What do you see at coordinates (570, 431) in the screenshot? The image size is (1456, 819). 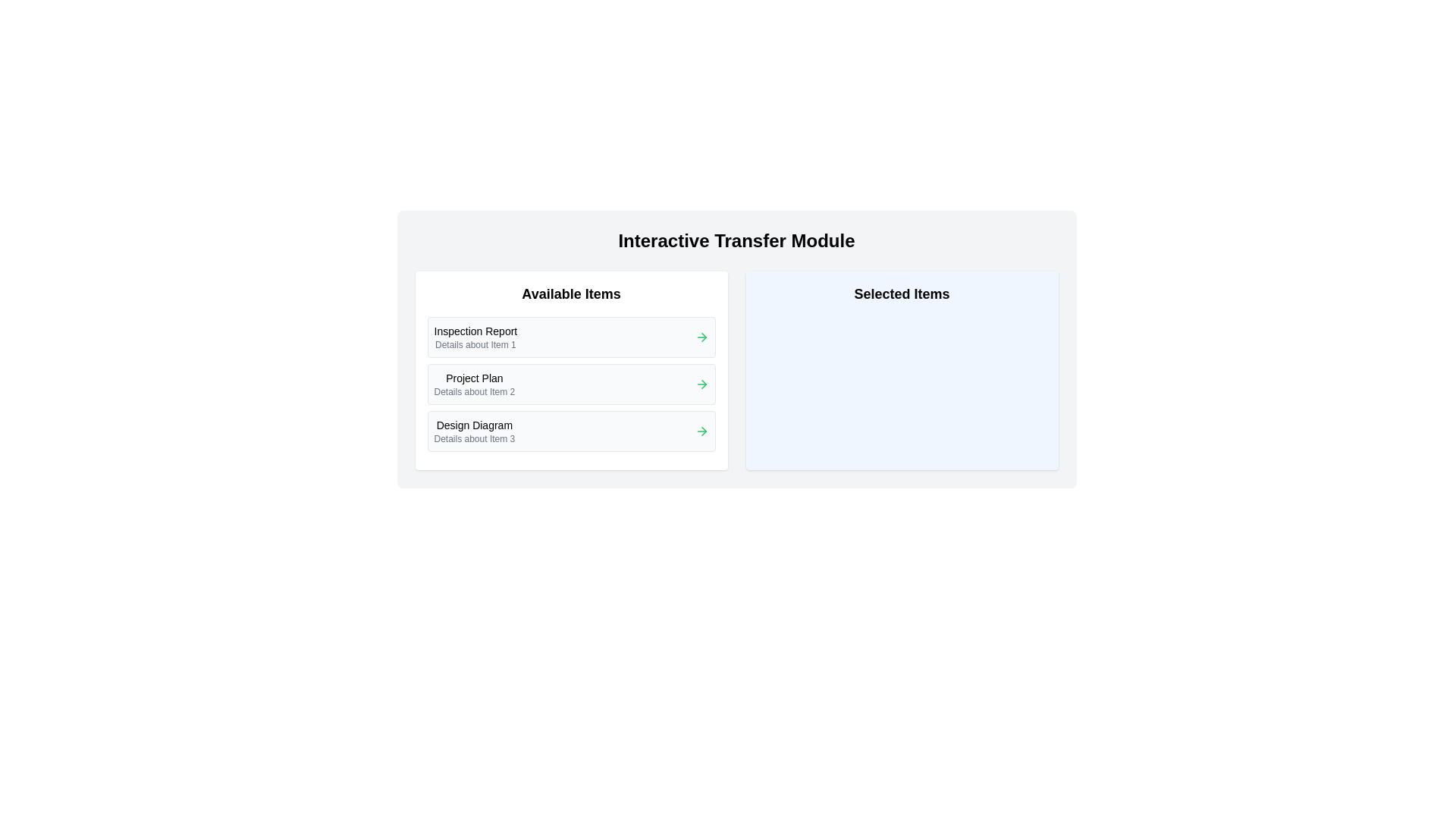 I see `text content of the third selectable item in the 'Available Items' section, which has an actionable icon for transferring 'Design Diagram' details` at bounding box center [570, 431].